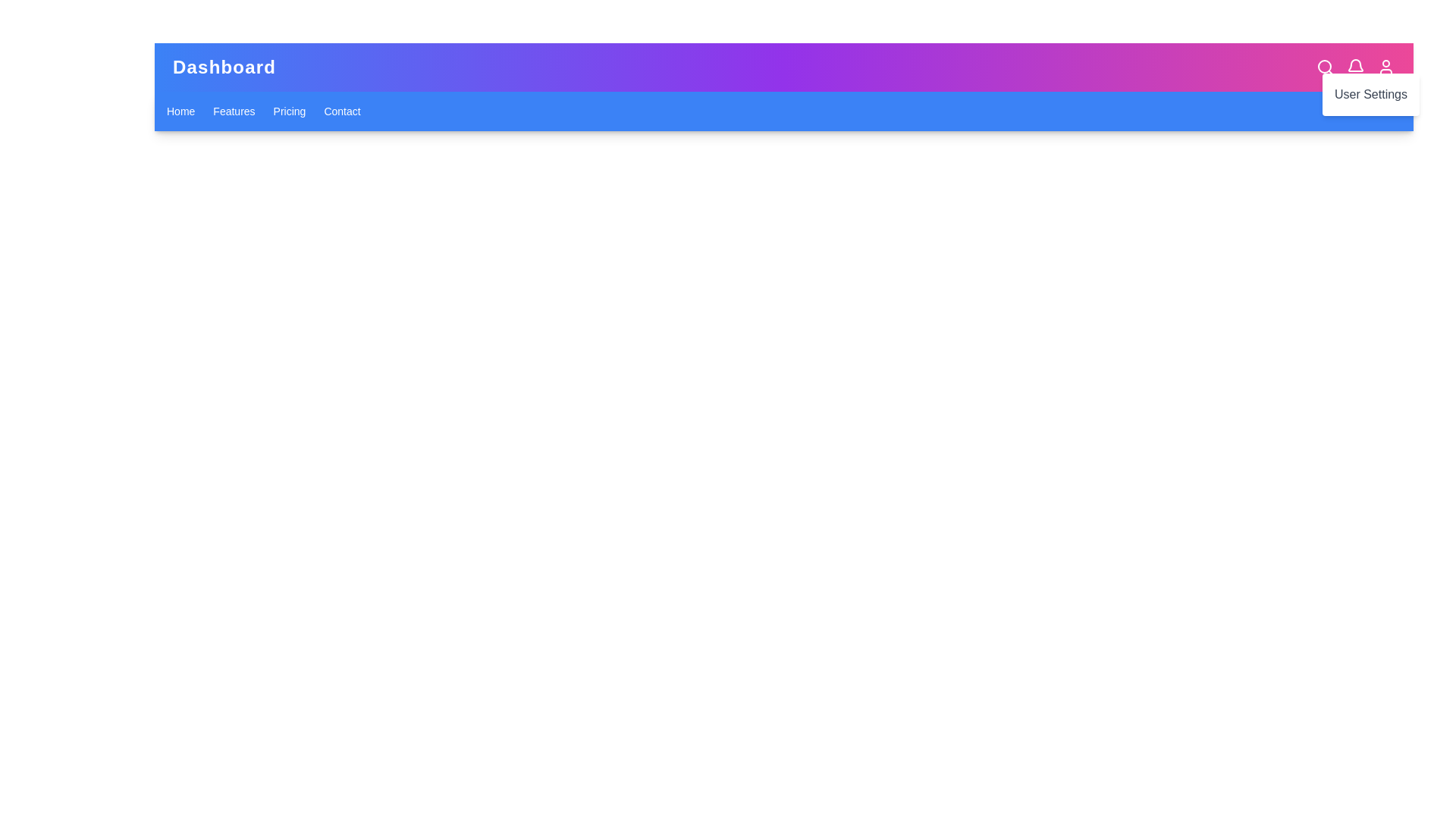  I want to click on the navigation menu item Contact, so click(341, 110).